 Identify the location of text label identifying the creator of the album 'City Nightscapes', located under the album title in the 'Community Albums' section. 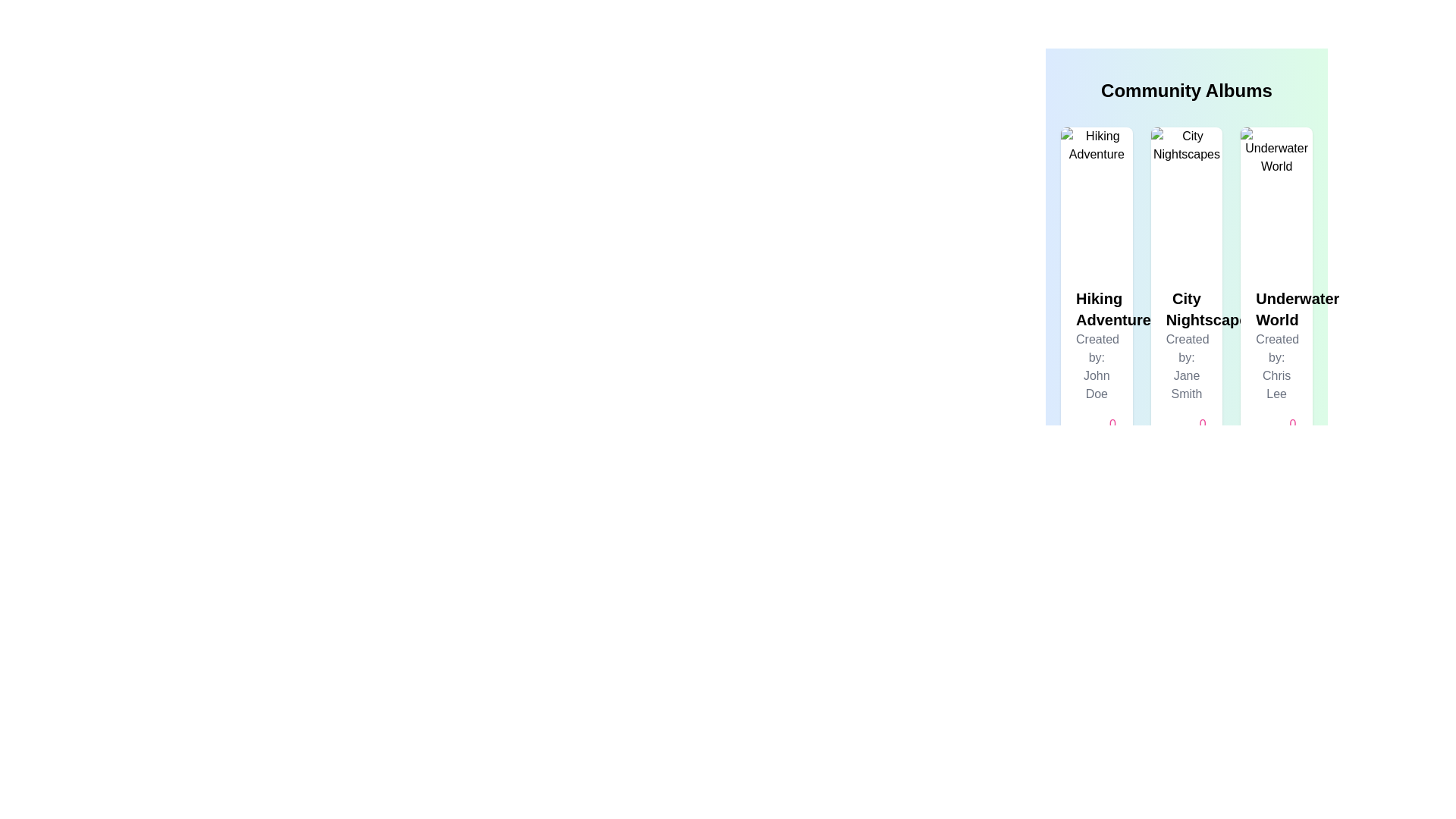
(1185, 366).